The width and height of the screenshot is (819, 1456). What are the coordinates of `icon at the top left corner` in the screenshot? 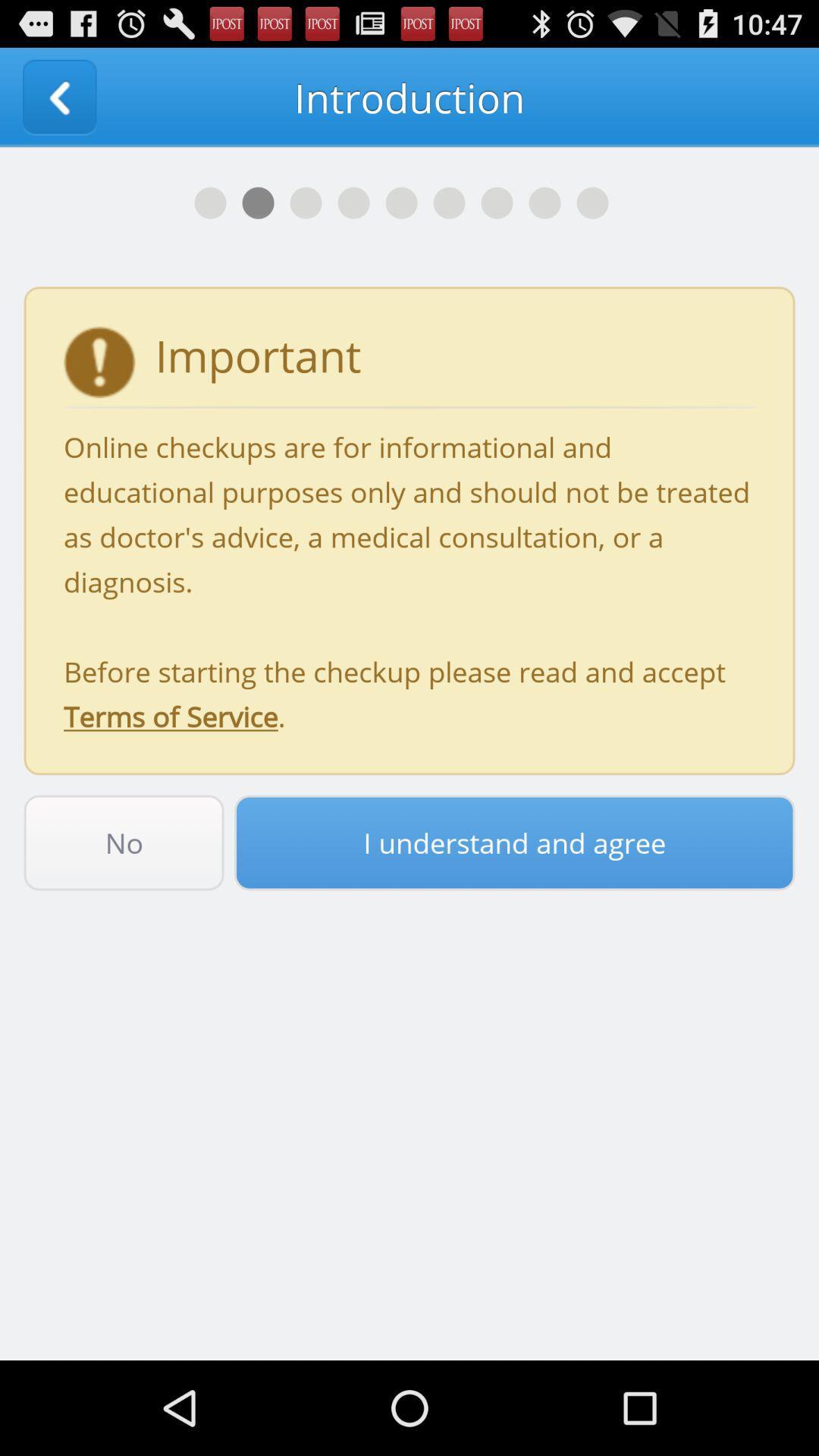 It's located at (58, 96).